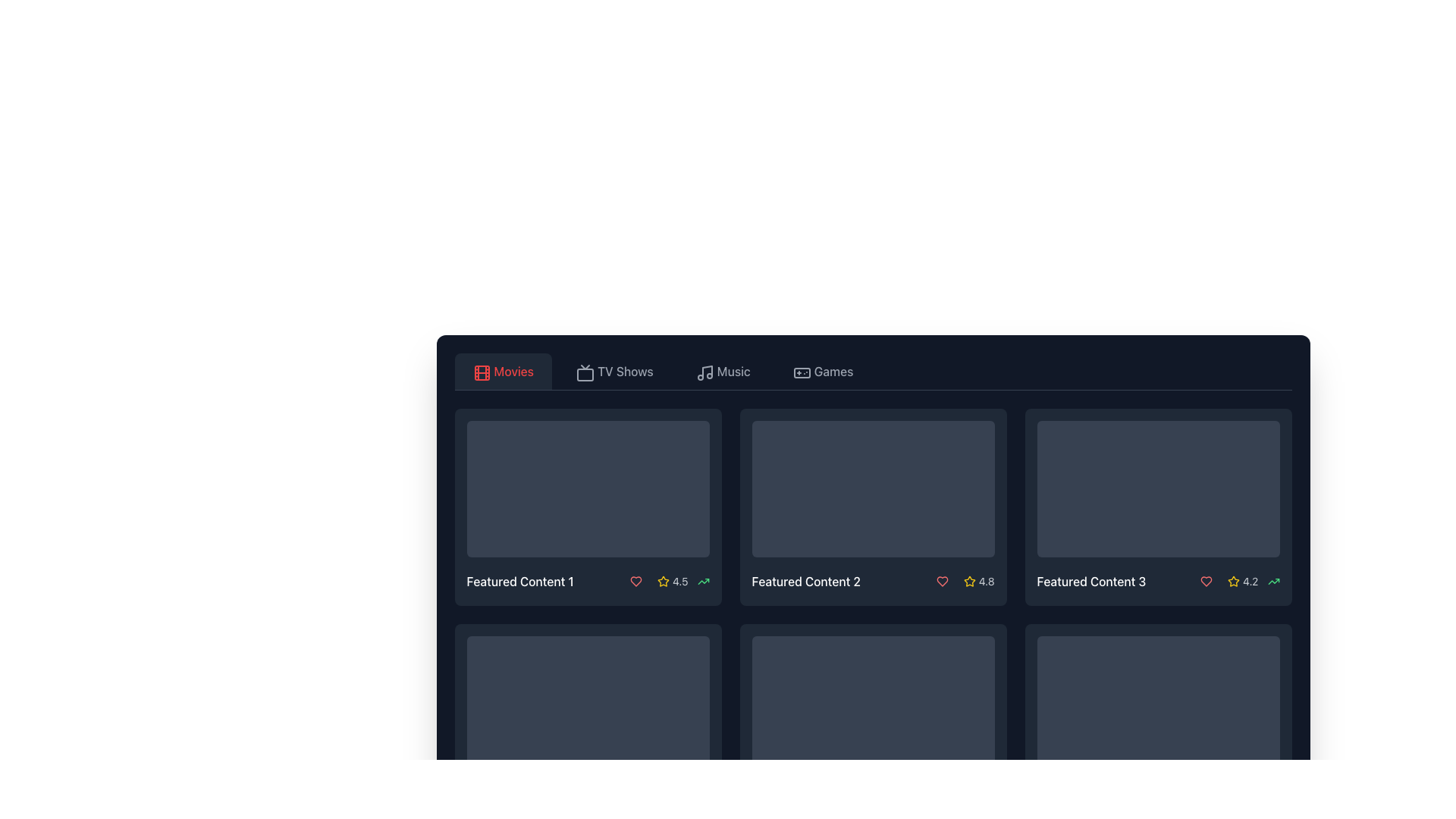 This screenshot has width=1456, height=819. Describe the element at coordinates (625, 371) in the screenshot. I see `the 'TV Shows' text label in the upper center of the navigation bar` at that location.